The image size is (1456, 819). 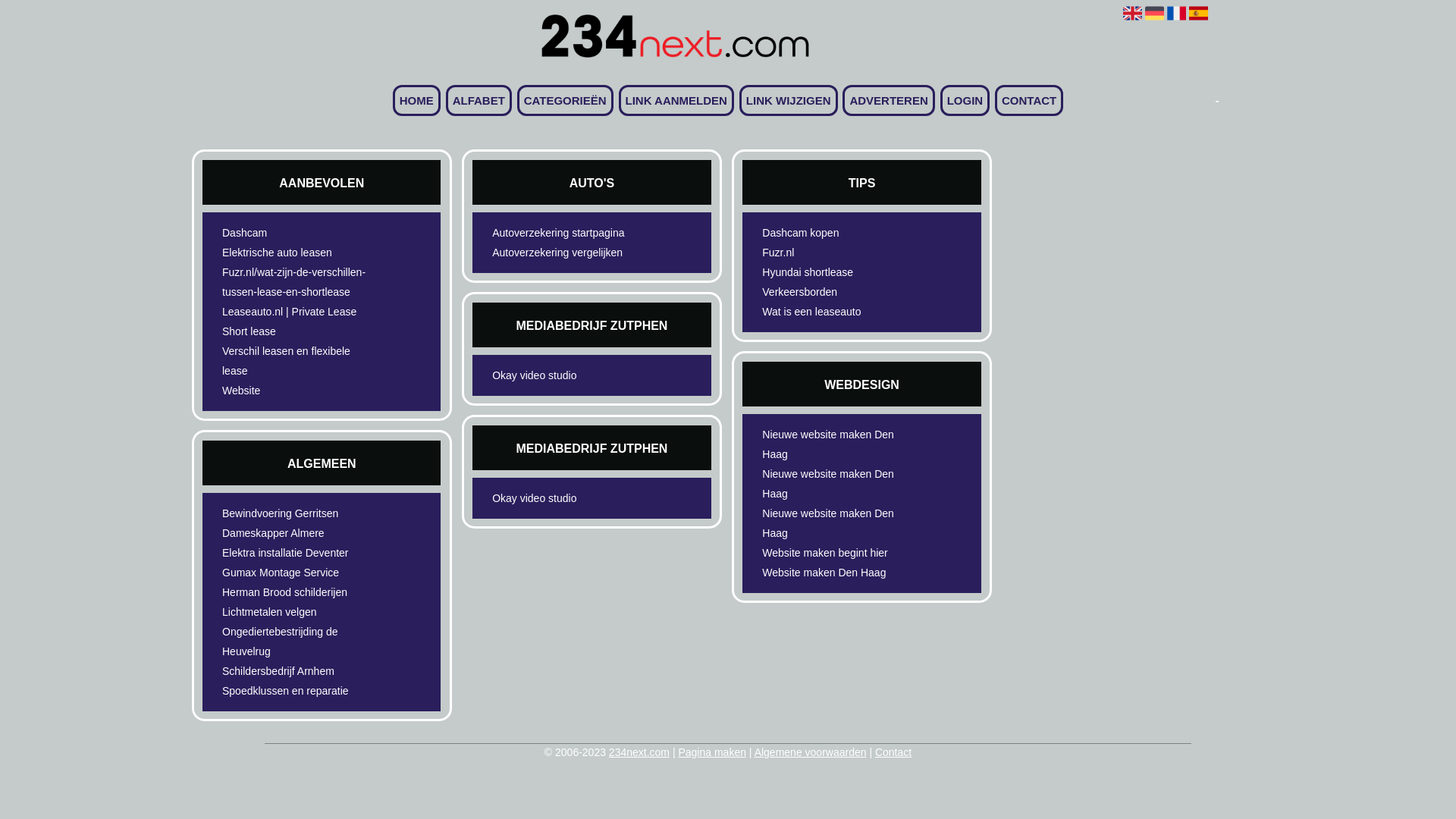 What do you see at coordinates (608, 752) in the screenshot?
I see `'234next.com'` at bounding box center [608, 752].